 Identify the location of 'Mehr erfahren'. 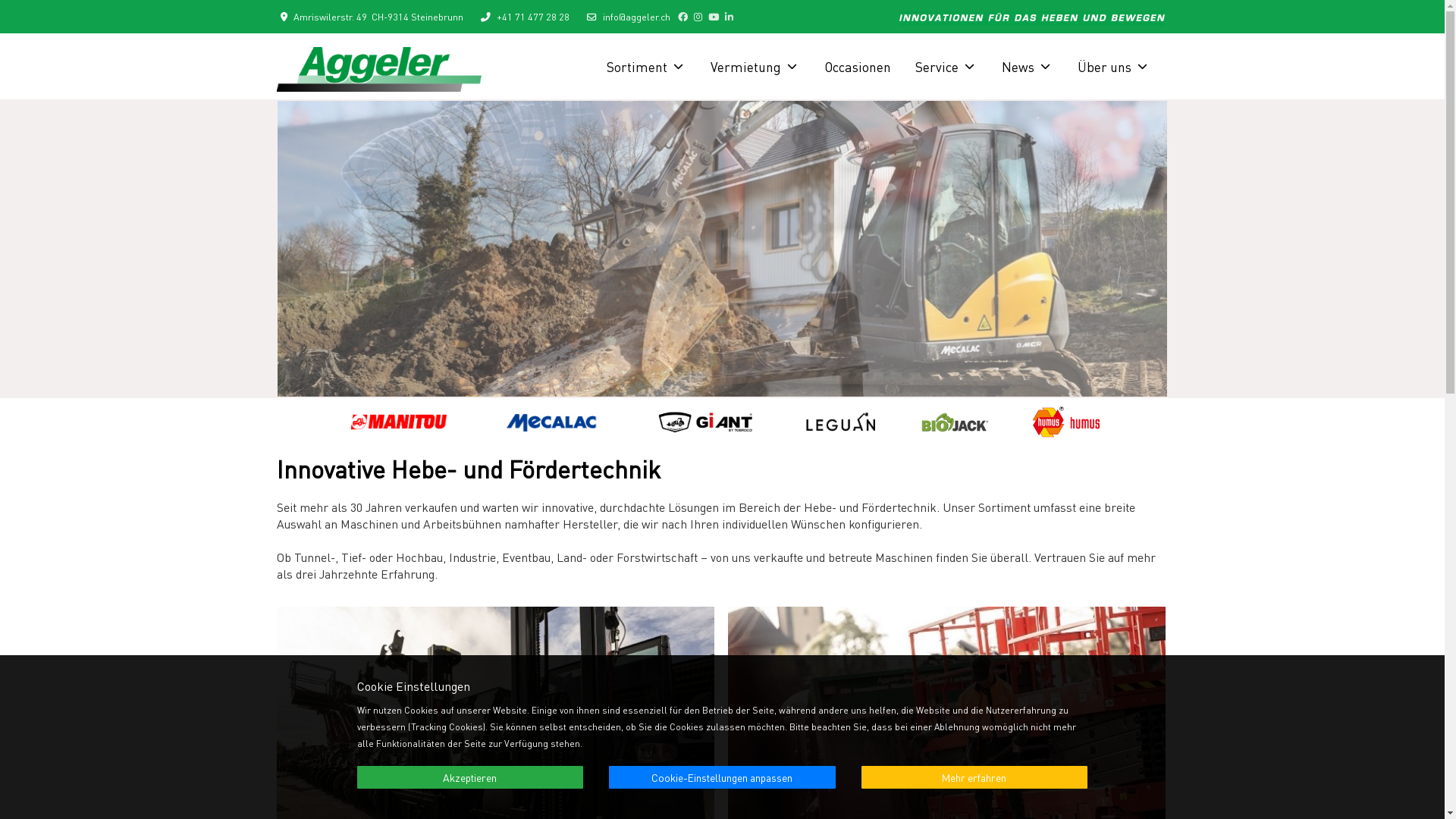
(974, 778).